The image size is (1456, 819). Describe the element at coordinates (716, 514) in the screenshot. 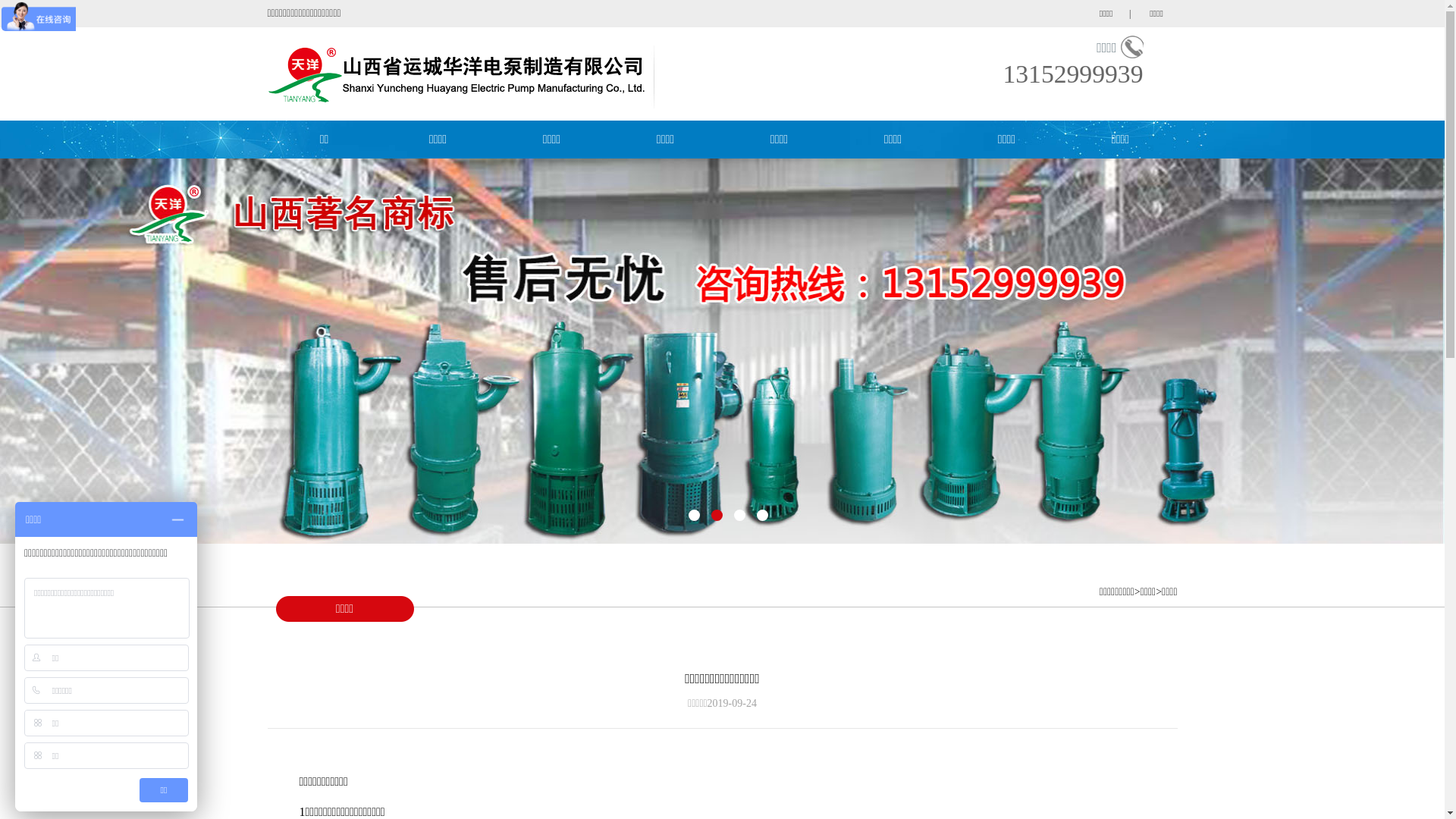

I see `'2'` at that location.